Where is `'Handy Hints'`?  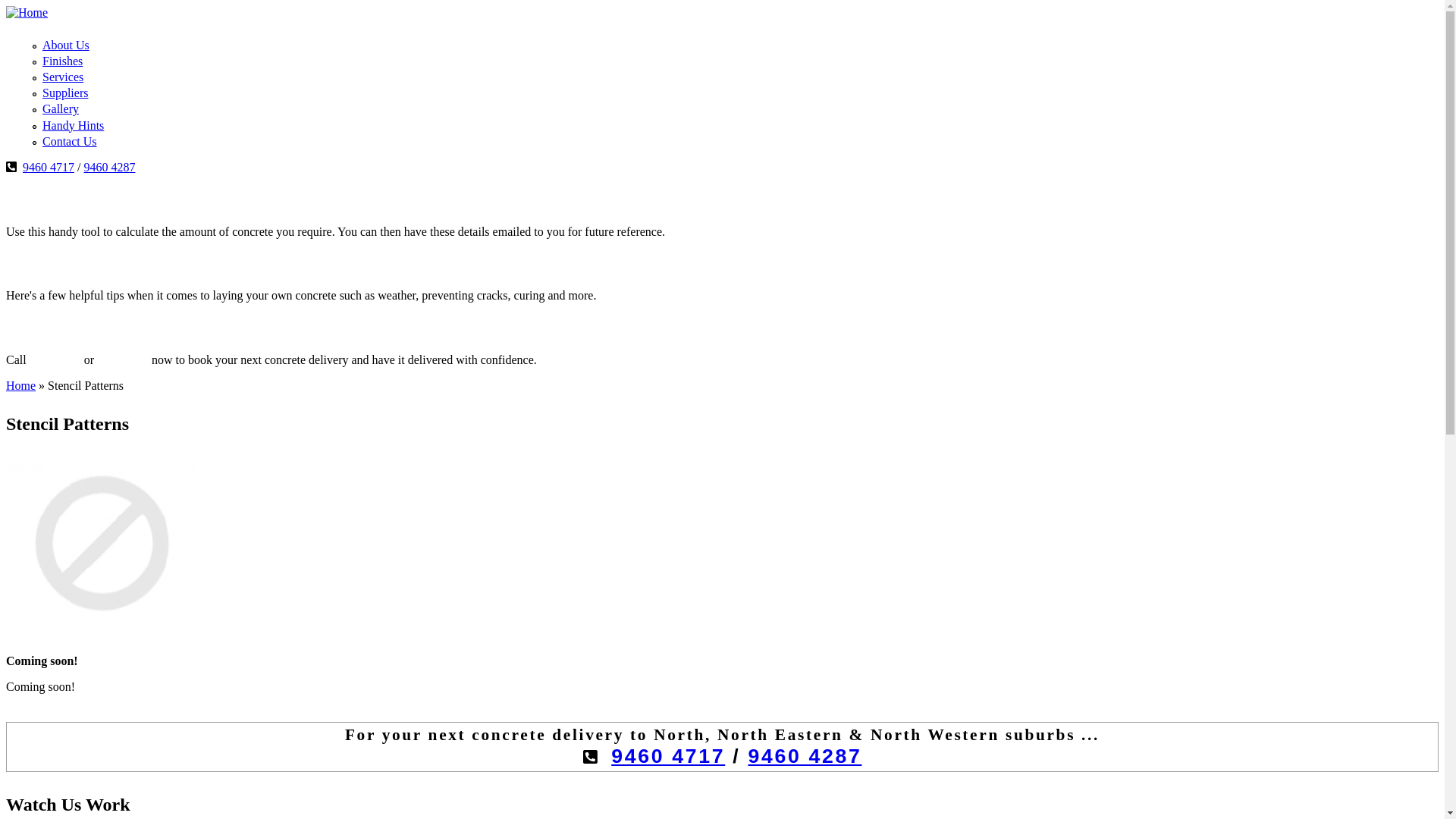 'Handy Hints' is located at coordinates (72, 124).